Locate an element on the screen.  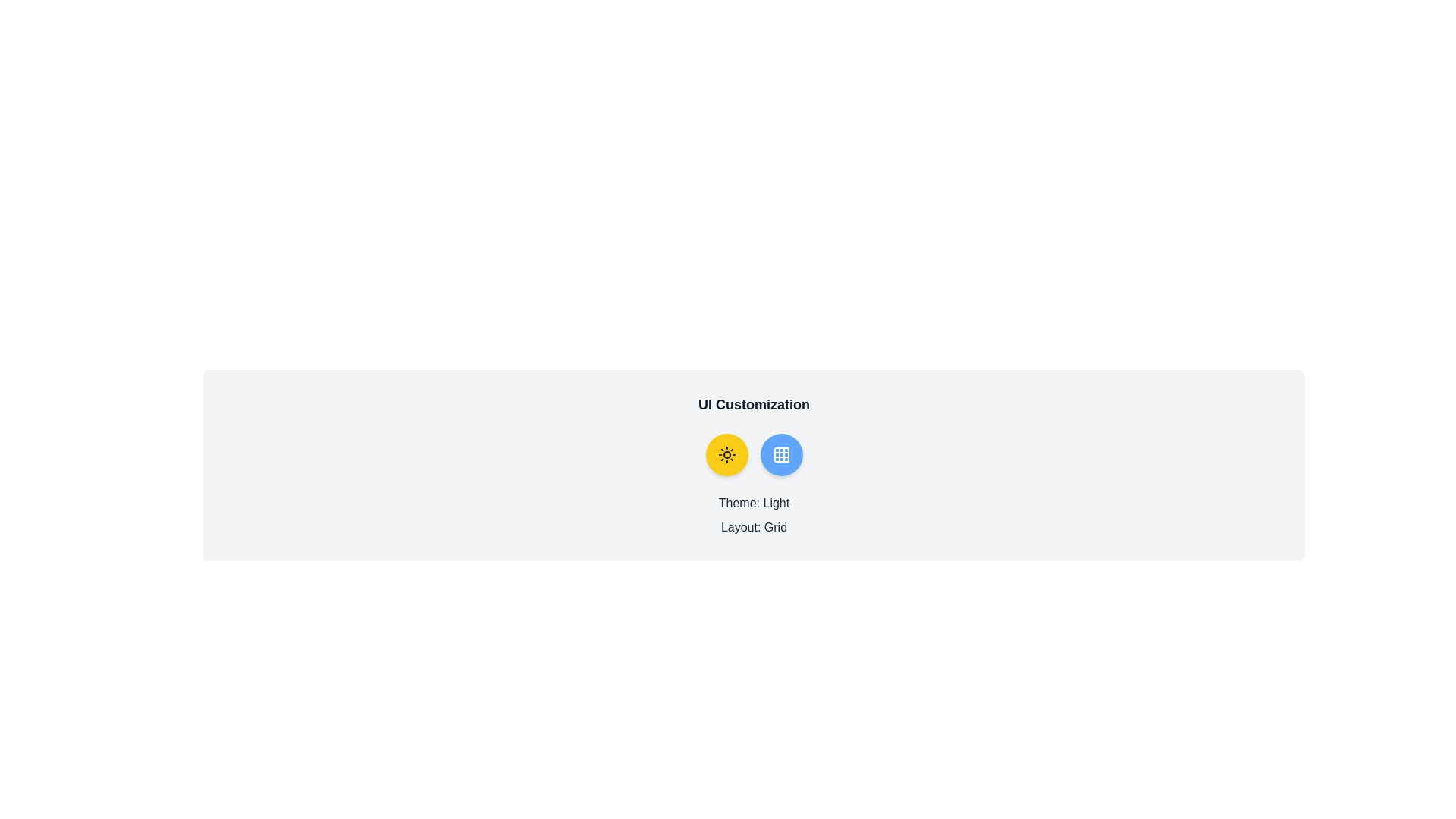
the informational text label displaying the current theme setting 'Light', located in the bottom third of the layout area is located at coordinates (754, 503).